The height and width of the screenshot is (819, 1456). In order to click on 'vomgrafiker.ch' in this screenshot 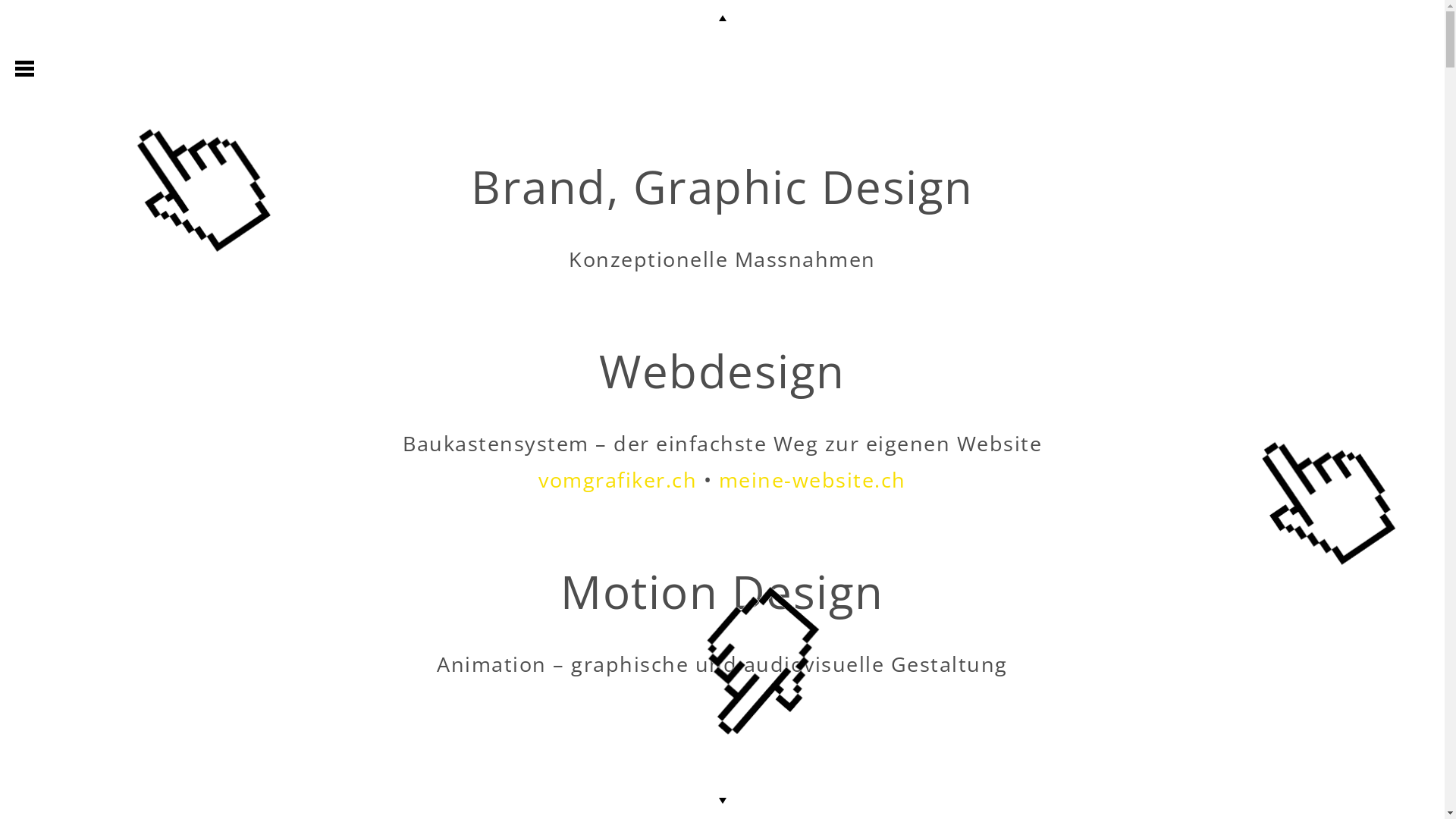, I will do `click(617, 479)`.